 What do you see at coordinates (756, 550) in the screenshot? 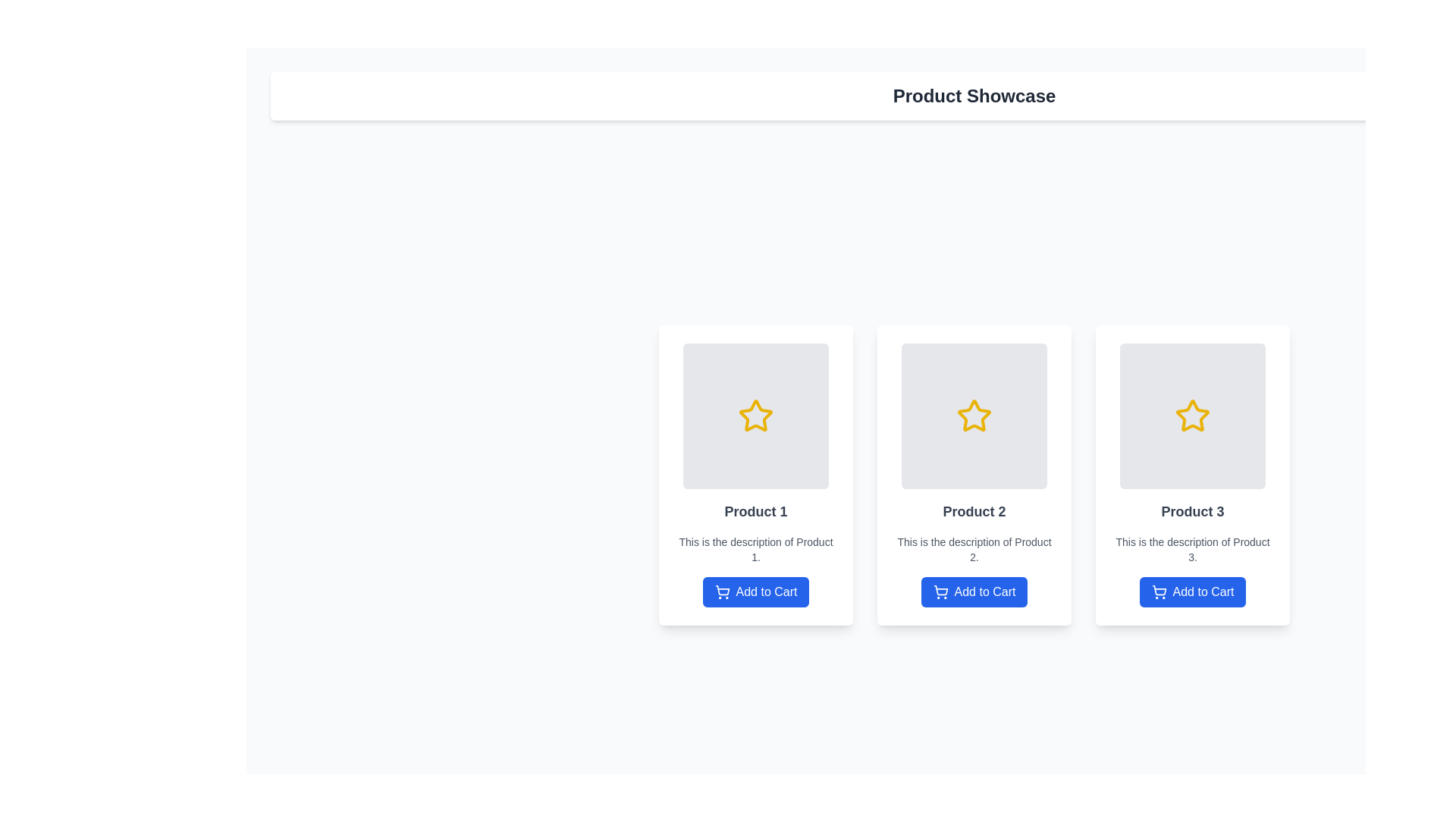
I see `the text description of Product 1, which is positioned centrally beneath the 'Product 1' title and above the 'Add to Cart' button in the product card` at bounding box center [756, 550].